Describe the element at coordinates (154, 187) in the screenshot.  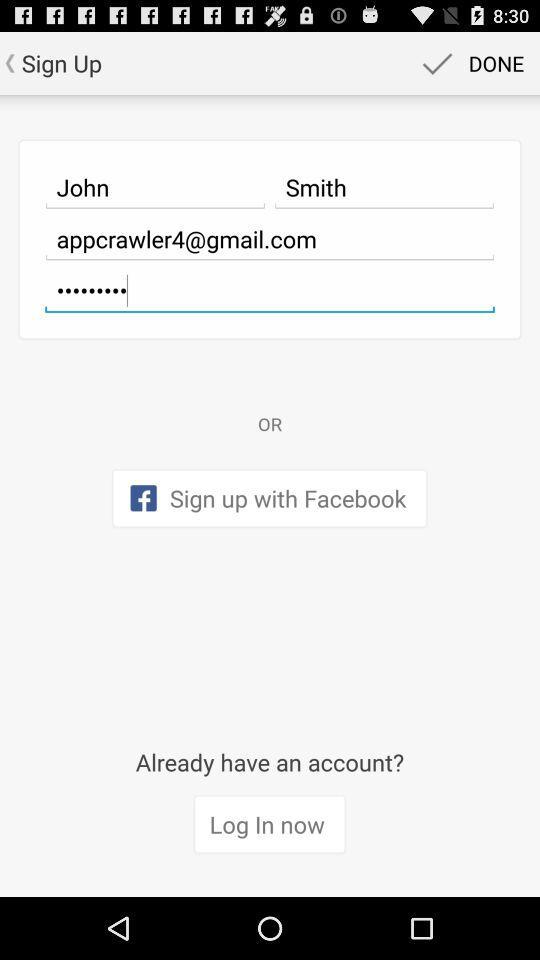
I see `icon below sign up app` at that location.